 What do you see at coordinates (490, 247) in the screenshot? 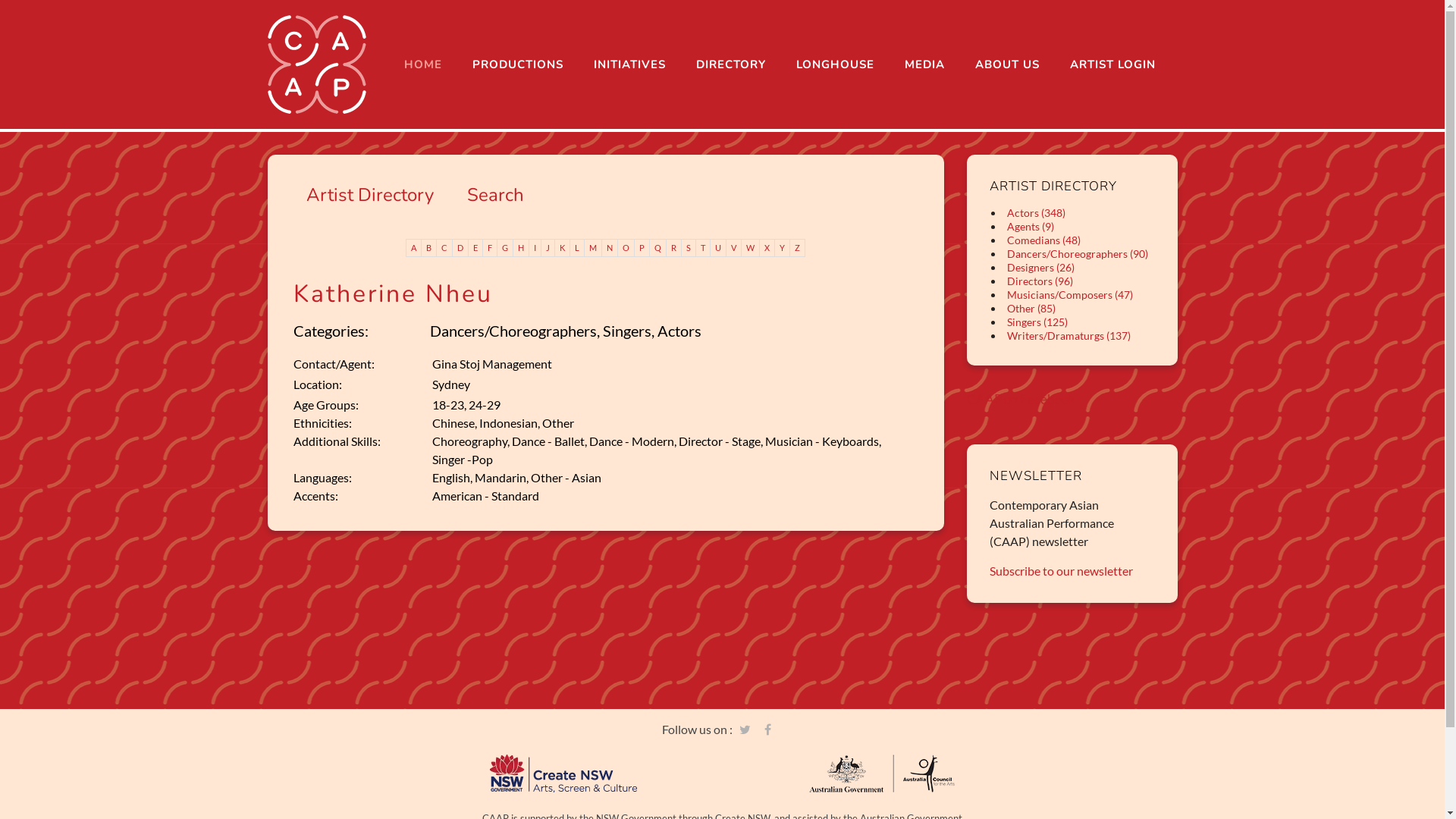
I see `'F'` at bounding box center [490, 247].